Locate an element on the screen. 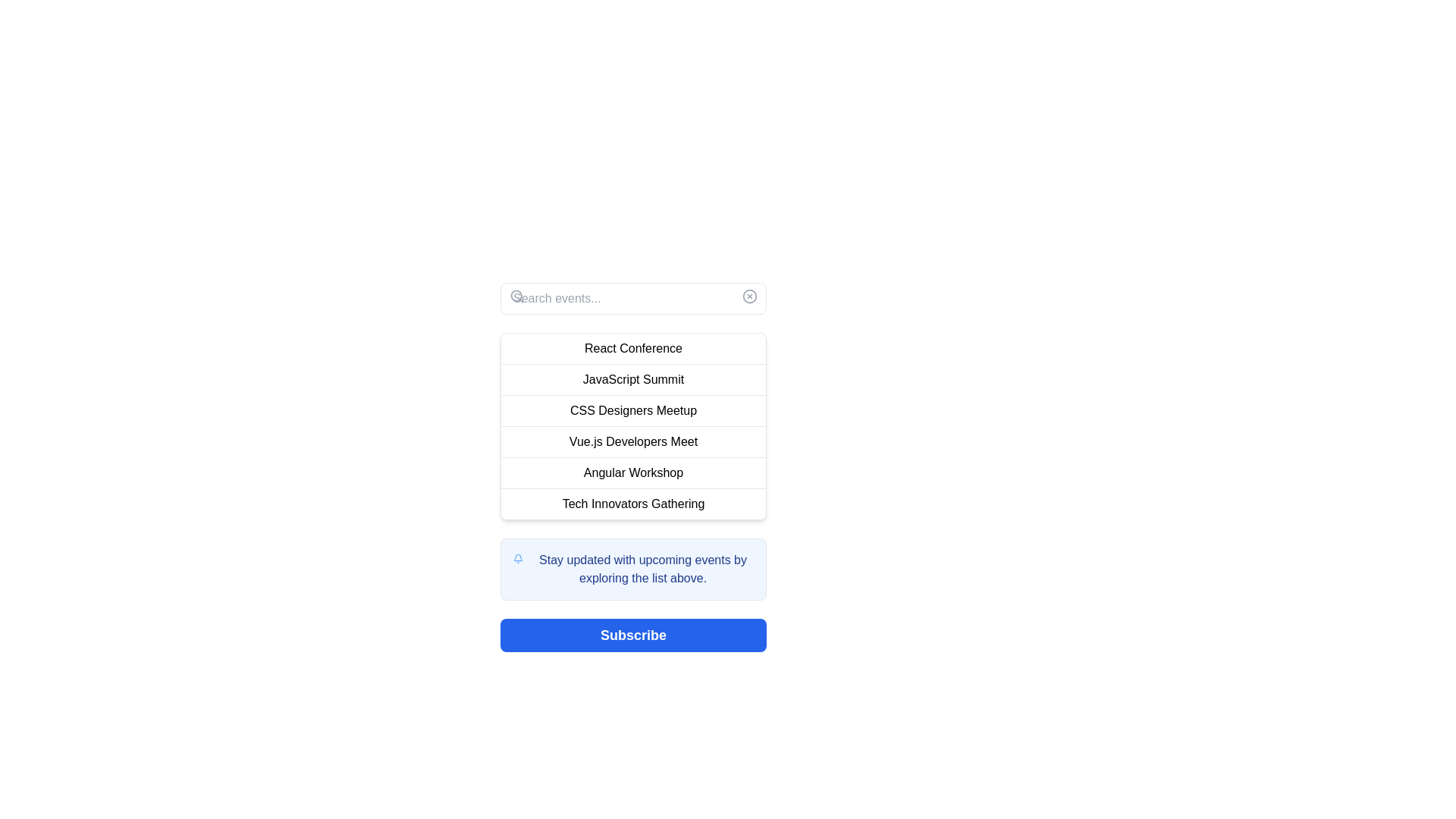 The width and height of the screenshot is (1456, 819). the search icon located inside the search input field at the top of the interface, which serves as a visual cue for search functionality is located at coordinates (516, 296).